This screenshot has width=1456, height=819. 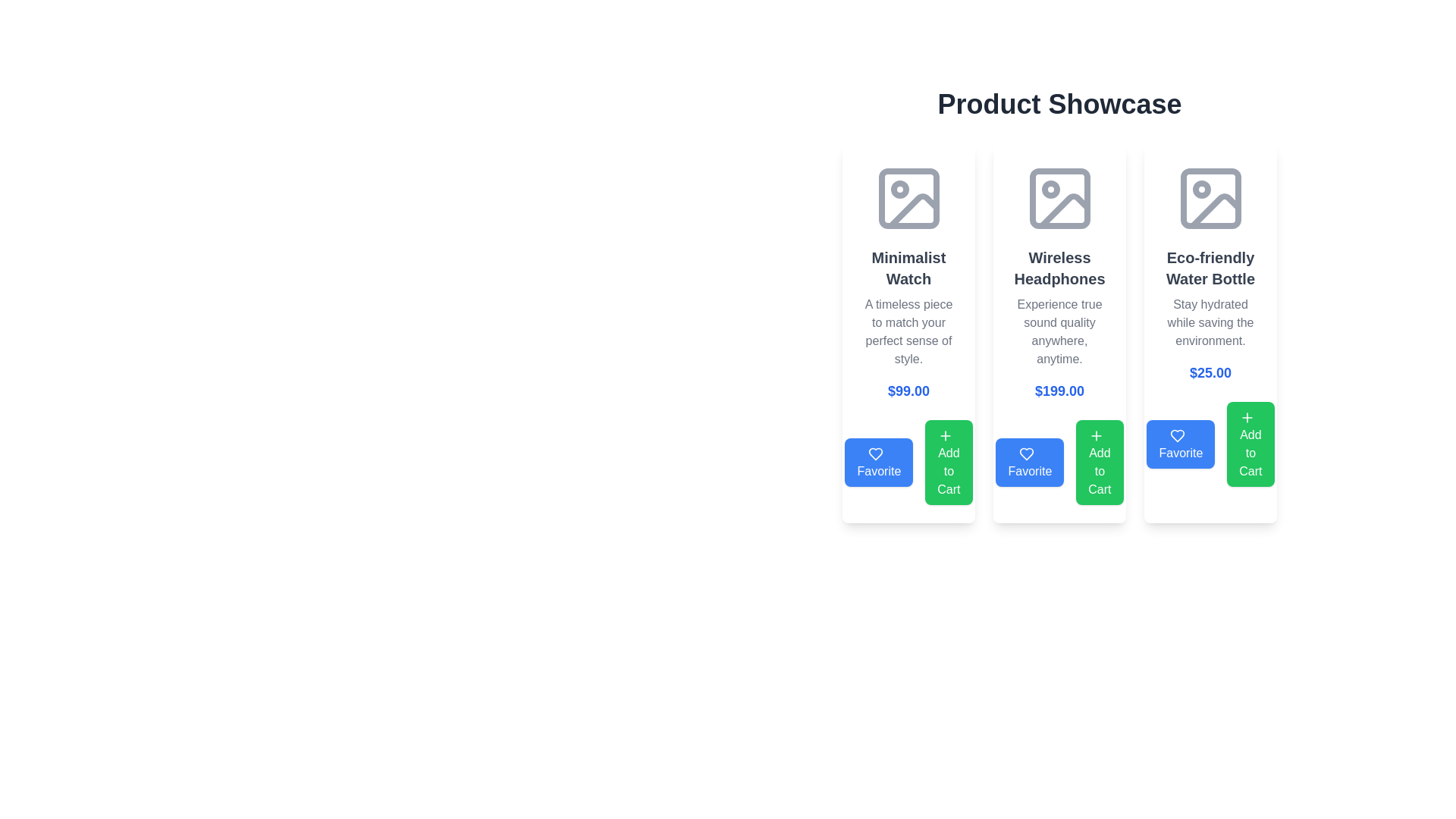 What do you see at coordinates (1059, 268) in the screenshot?
I see `the text label displaying 'Wireless Headphones' which is styled in a bold, large dark gray font, centered in the second card of three horizontal cards` at bounding box center [1059, 268].